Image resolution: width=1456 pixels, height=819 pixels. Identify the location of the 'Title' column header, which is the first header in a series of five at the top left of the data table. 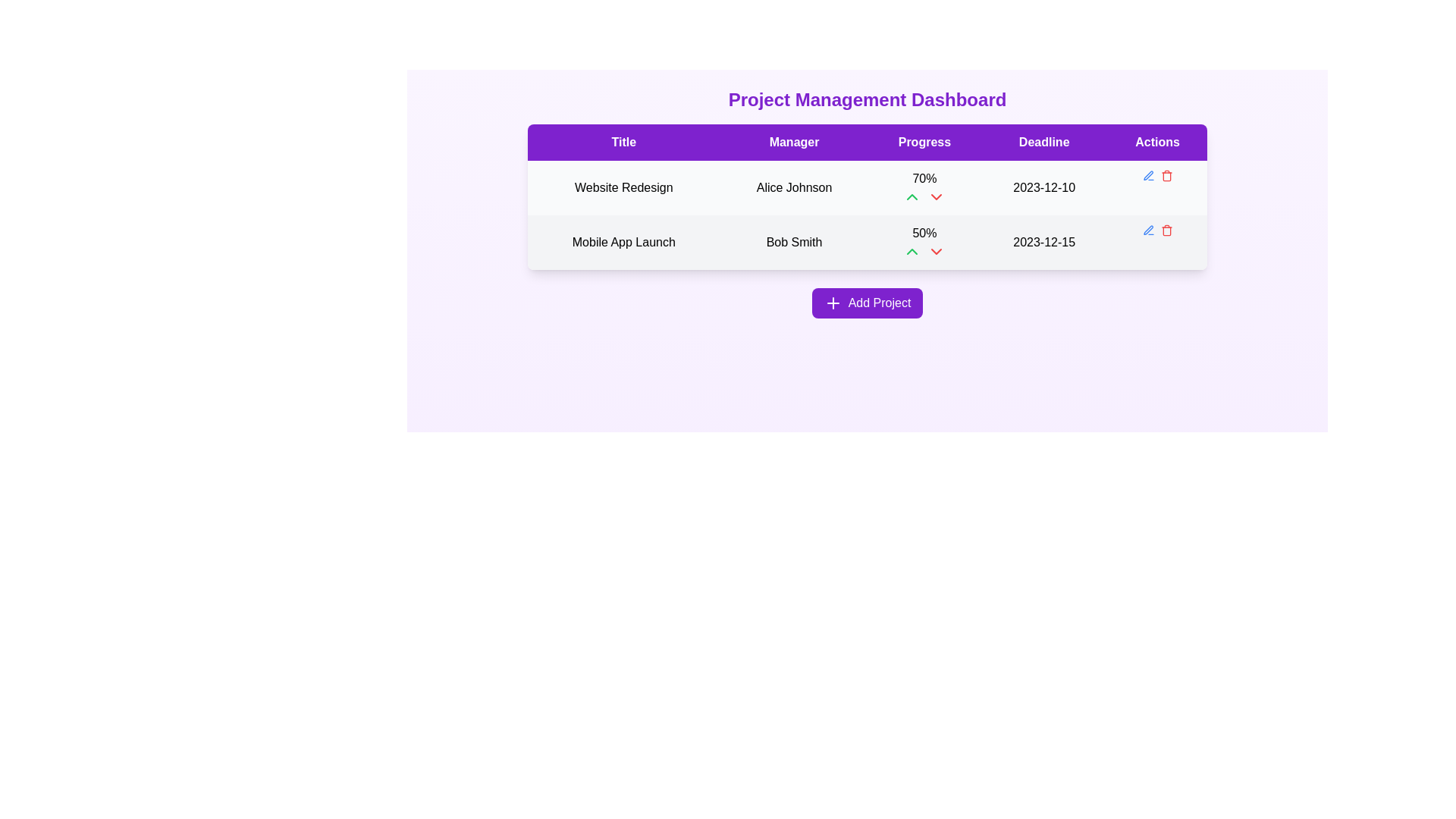
(623, 143).